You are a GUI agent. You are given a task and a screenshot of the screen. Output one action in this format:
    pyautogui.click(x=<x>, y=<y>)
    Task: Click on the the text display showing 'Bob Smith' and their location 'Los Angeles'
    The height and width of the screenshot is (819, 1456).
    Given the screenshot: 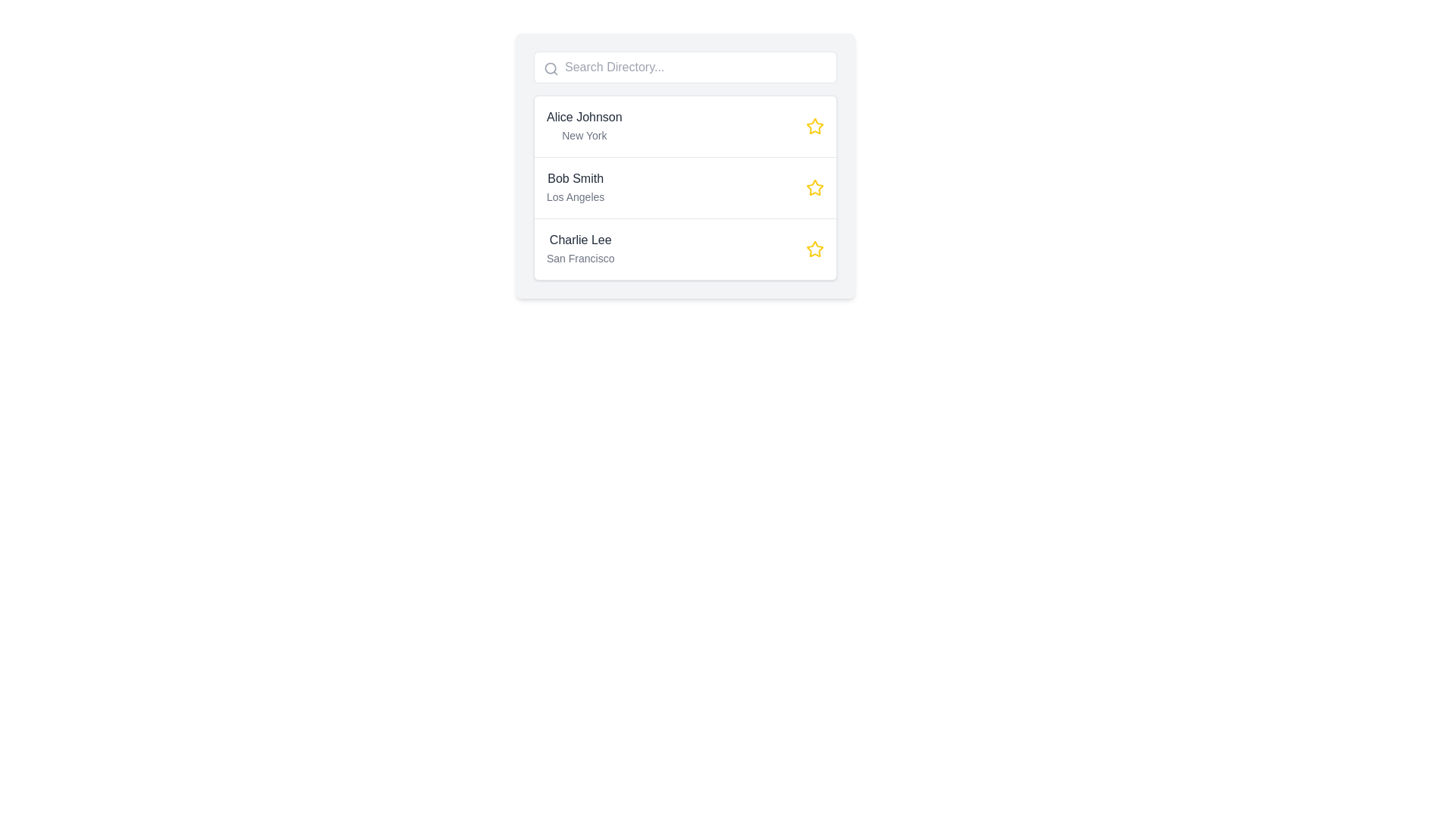 What is the action you would take?
    pyautogui.click(x=575, y=187)
    